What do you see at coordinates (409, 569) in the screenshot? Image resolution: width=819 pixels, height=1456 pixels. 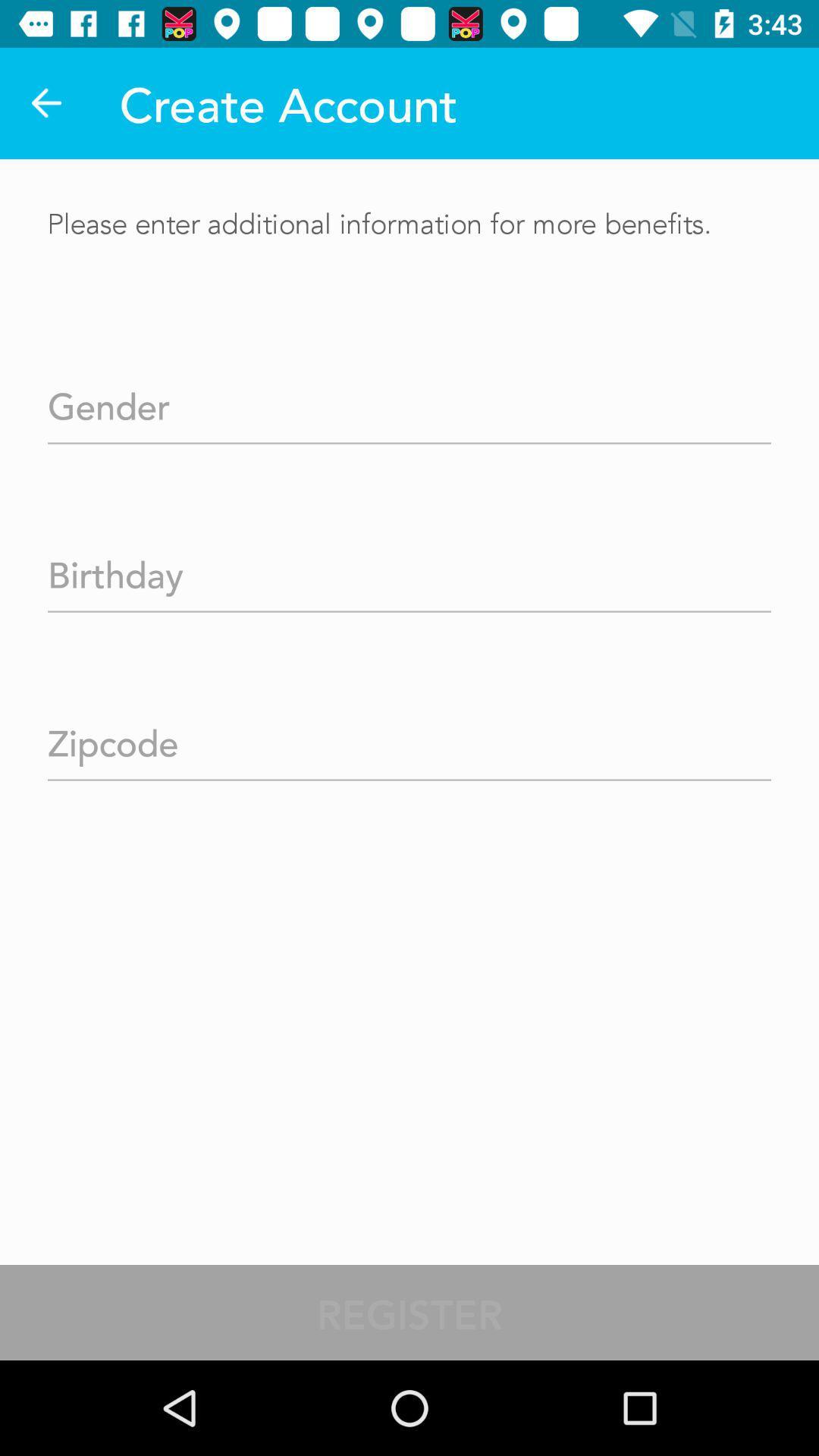 I see `your birthday` at bounding box center [409, 569].